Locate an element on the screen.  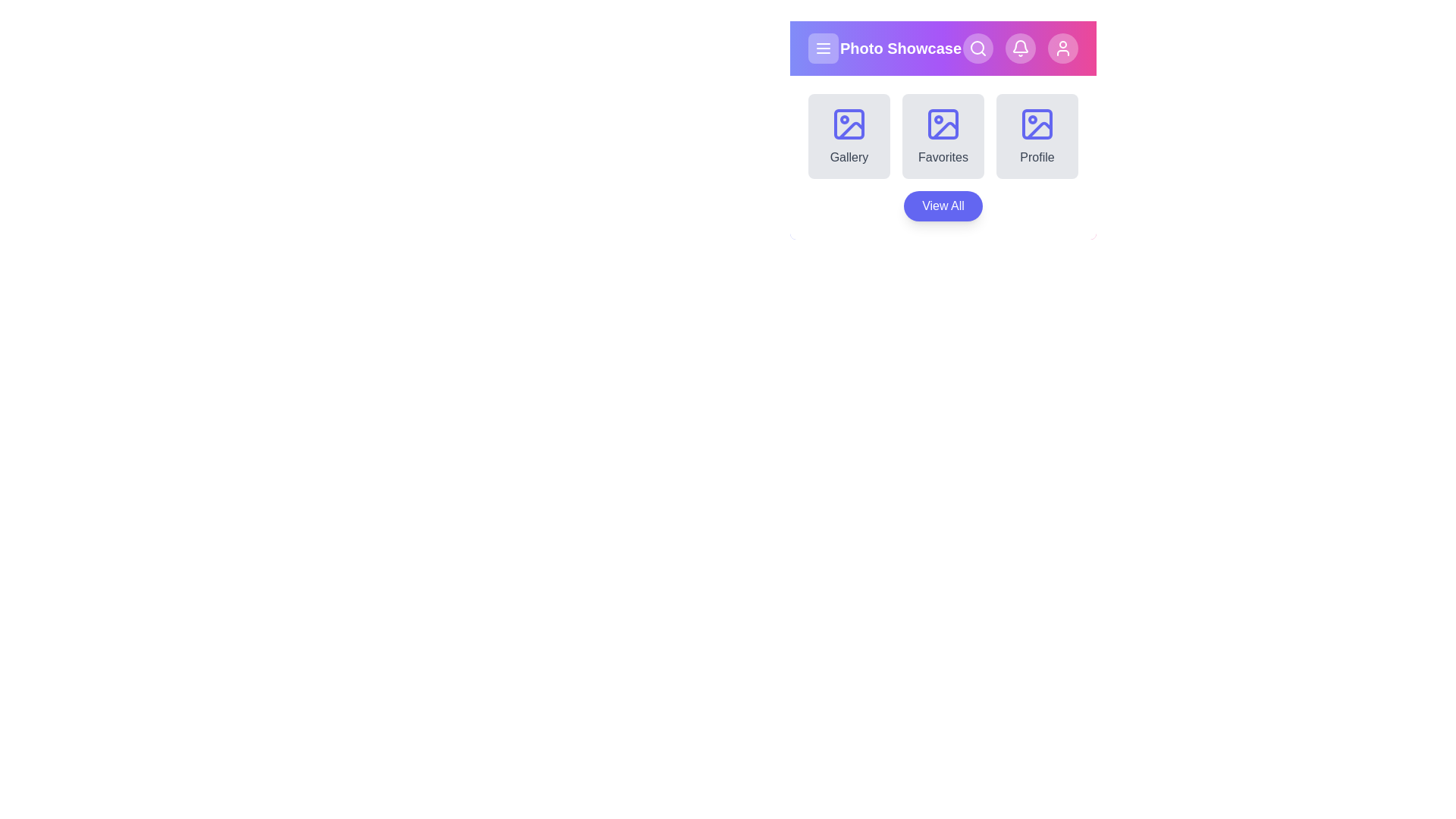
the menu icon to toggle the main menu is located at coordinates (822, 48).